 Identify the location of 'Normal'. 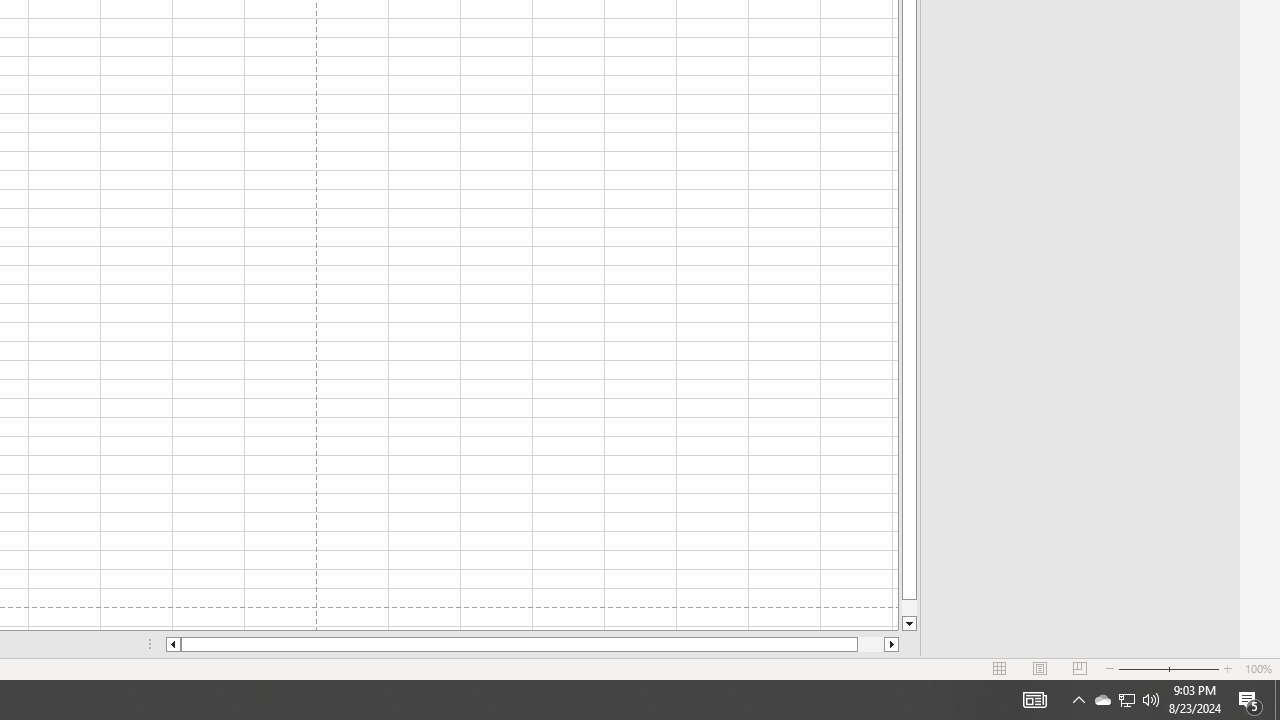
(1000, 669).